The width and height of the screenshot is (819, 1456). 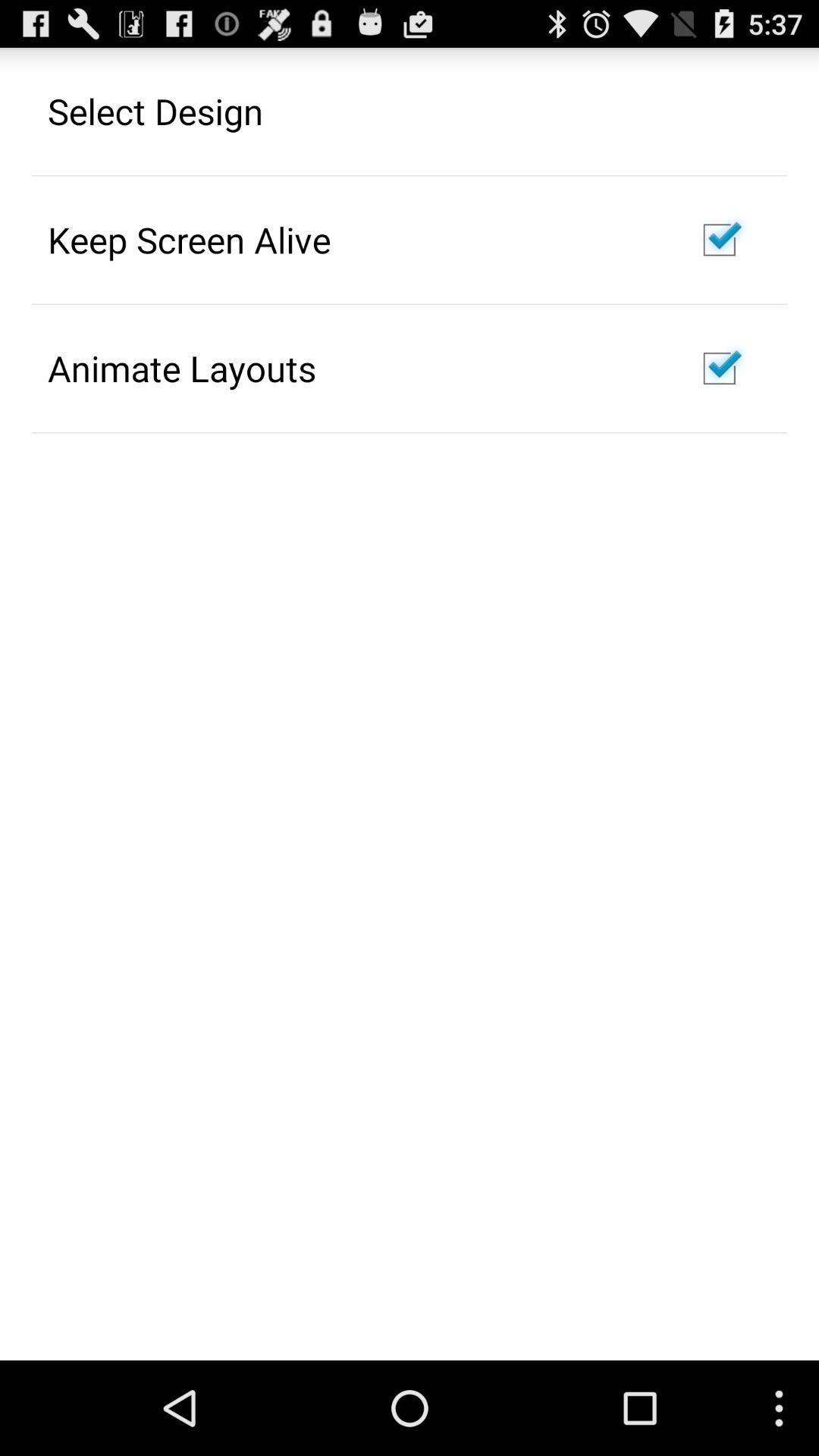 What do you see at coordinates (180, 368) in the screenshot?
I see `animate layouts item` at bounding box center [180, 368].